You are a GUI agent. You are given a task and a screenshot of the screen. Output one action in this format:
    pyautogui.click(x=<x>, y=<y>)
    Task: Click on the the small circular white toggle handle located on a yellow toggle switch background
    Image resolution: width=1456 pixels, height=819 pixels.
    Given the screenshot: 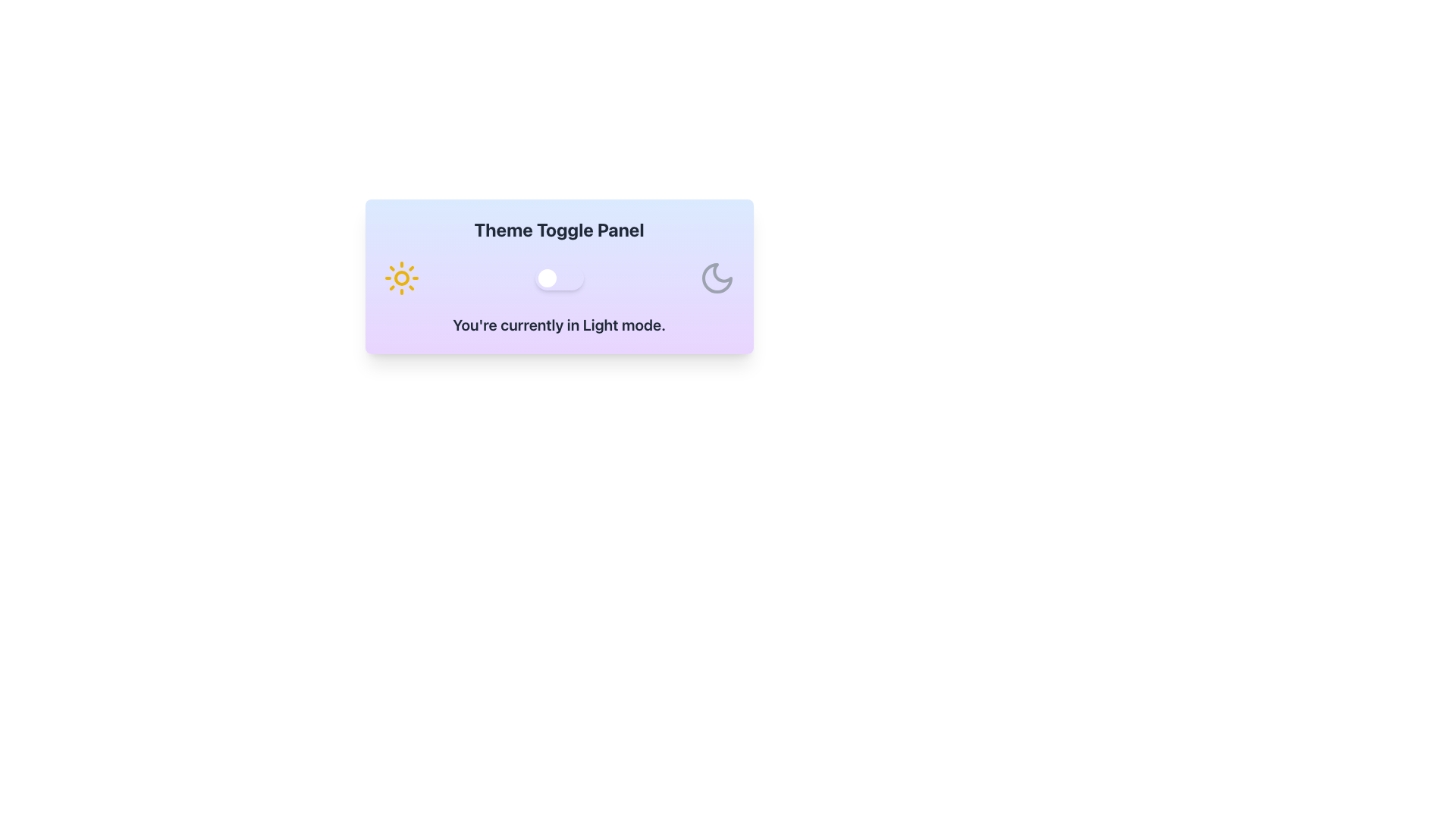 What is the action you would take?
    pyautogui.click(x=546, y=278)
    